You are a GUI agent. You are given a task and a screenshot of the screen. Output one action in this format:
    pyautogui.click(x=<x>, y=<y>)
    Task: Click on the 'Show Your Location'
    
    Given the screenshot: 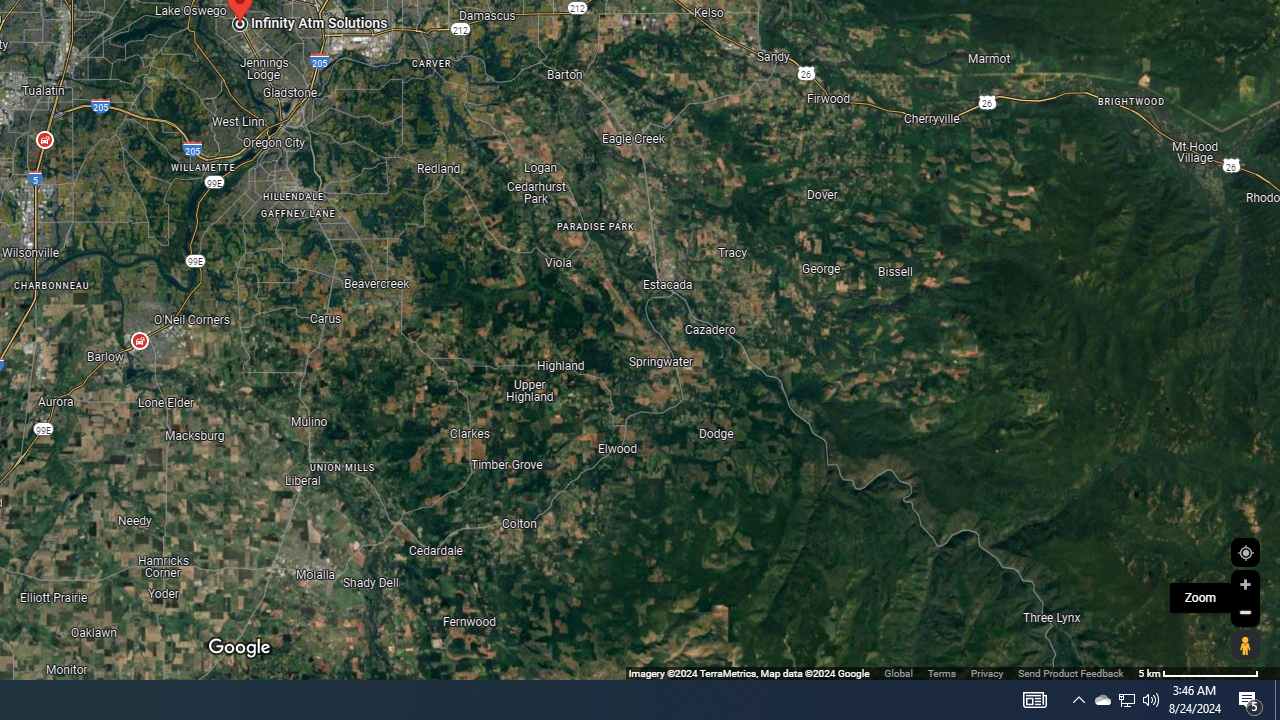 What is the action you would take?
    pyautogui.click(x=1244, y=552)
    